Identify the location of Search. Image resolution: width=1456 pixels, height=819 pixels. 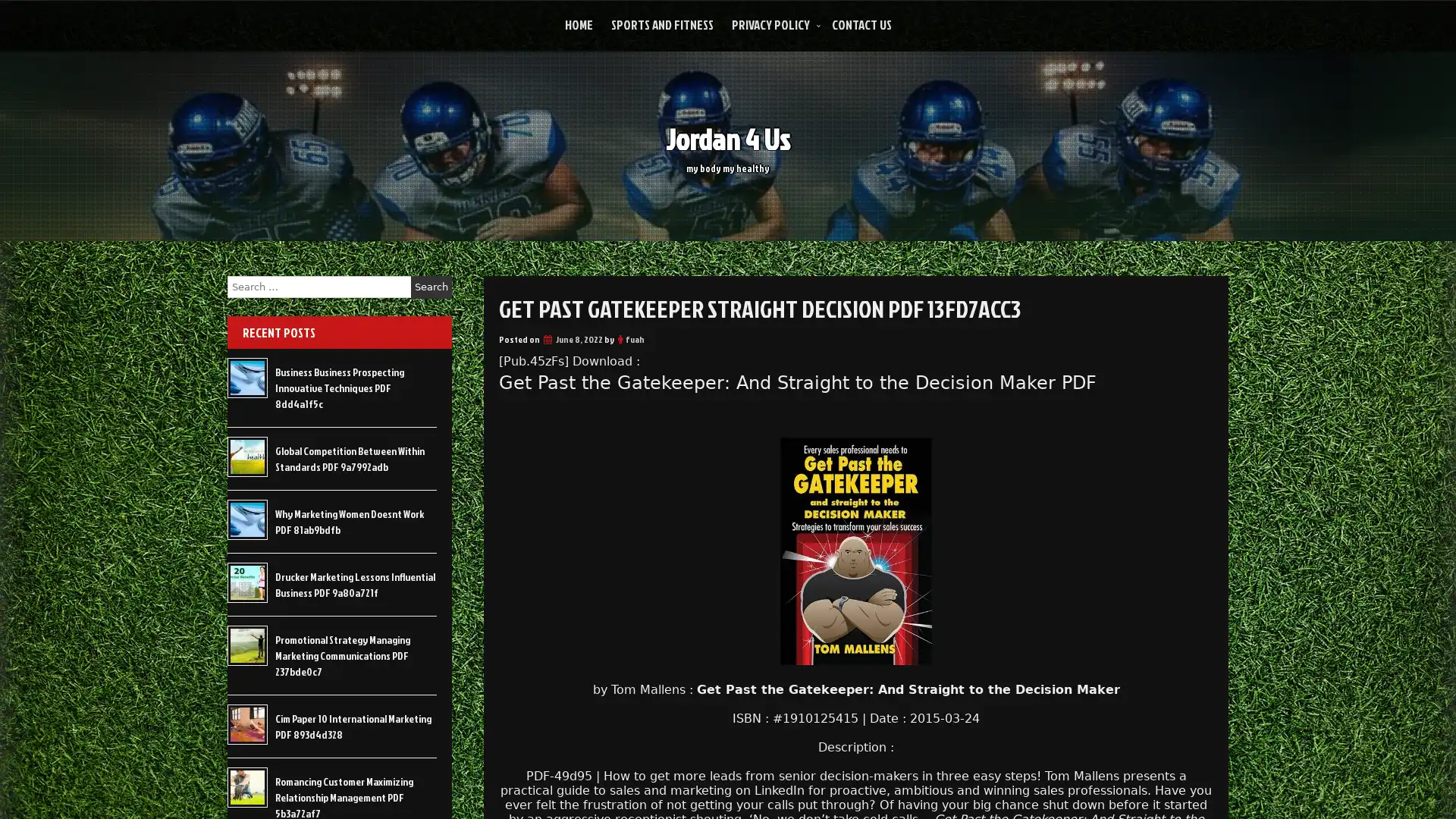
(431, 287).